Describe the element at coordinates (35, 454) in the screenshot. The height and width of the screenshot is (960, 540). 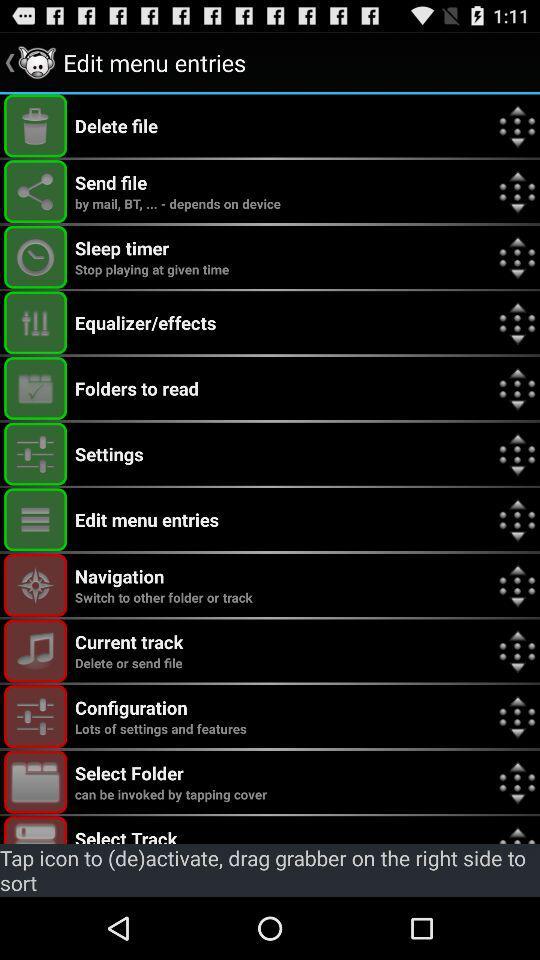
I see `settings button` at that location.